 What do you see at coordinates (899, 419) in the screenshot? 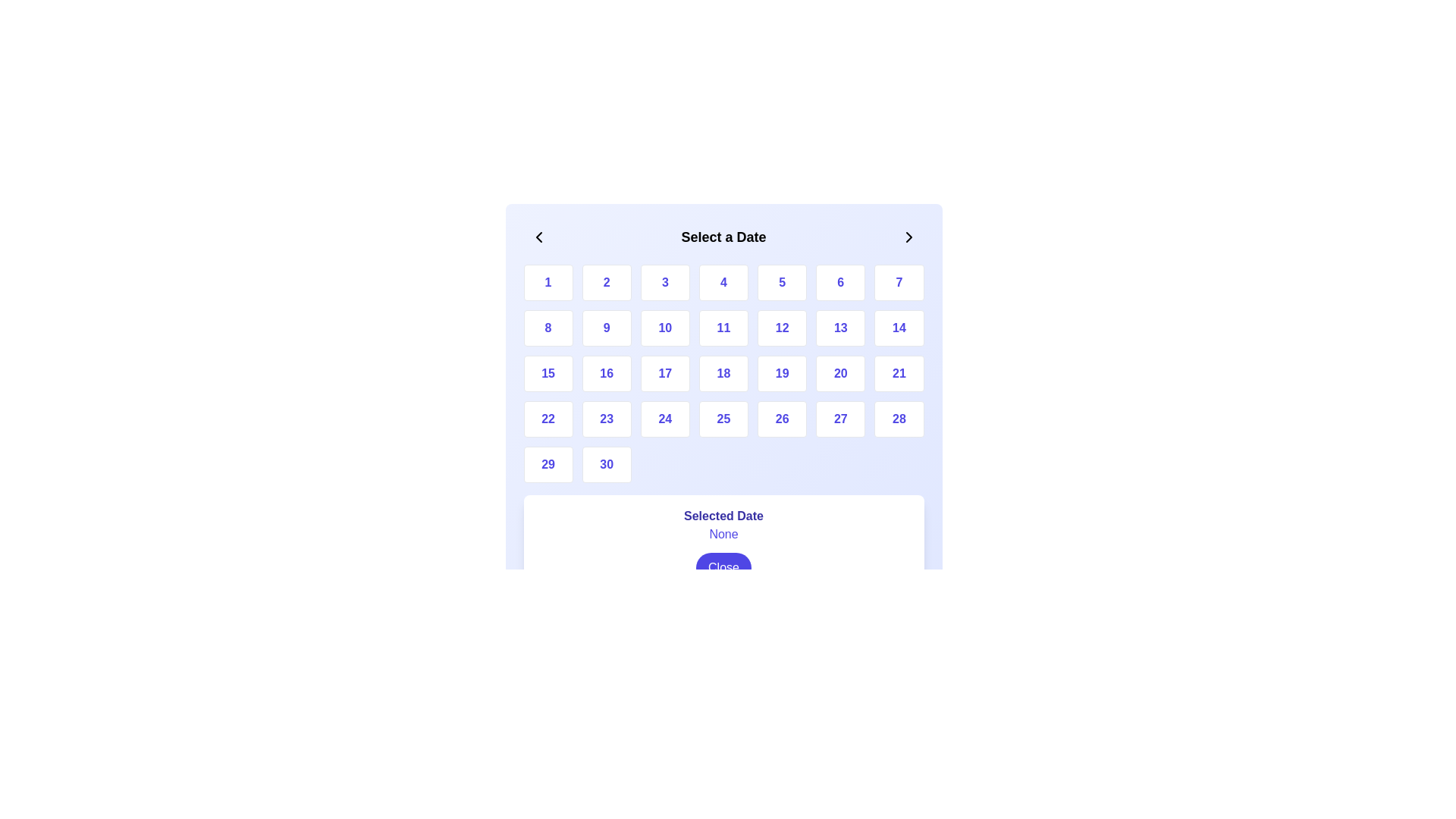
I see `the button labeled '28' with a bold indigo font in the bottom-right of the calendar grid` at bounding box center [899, 419].